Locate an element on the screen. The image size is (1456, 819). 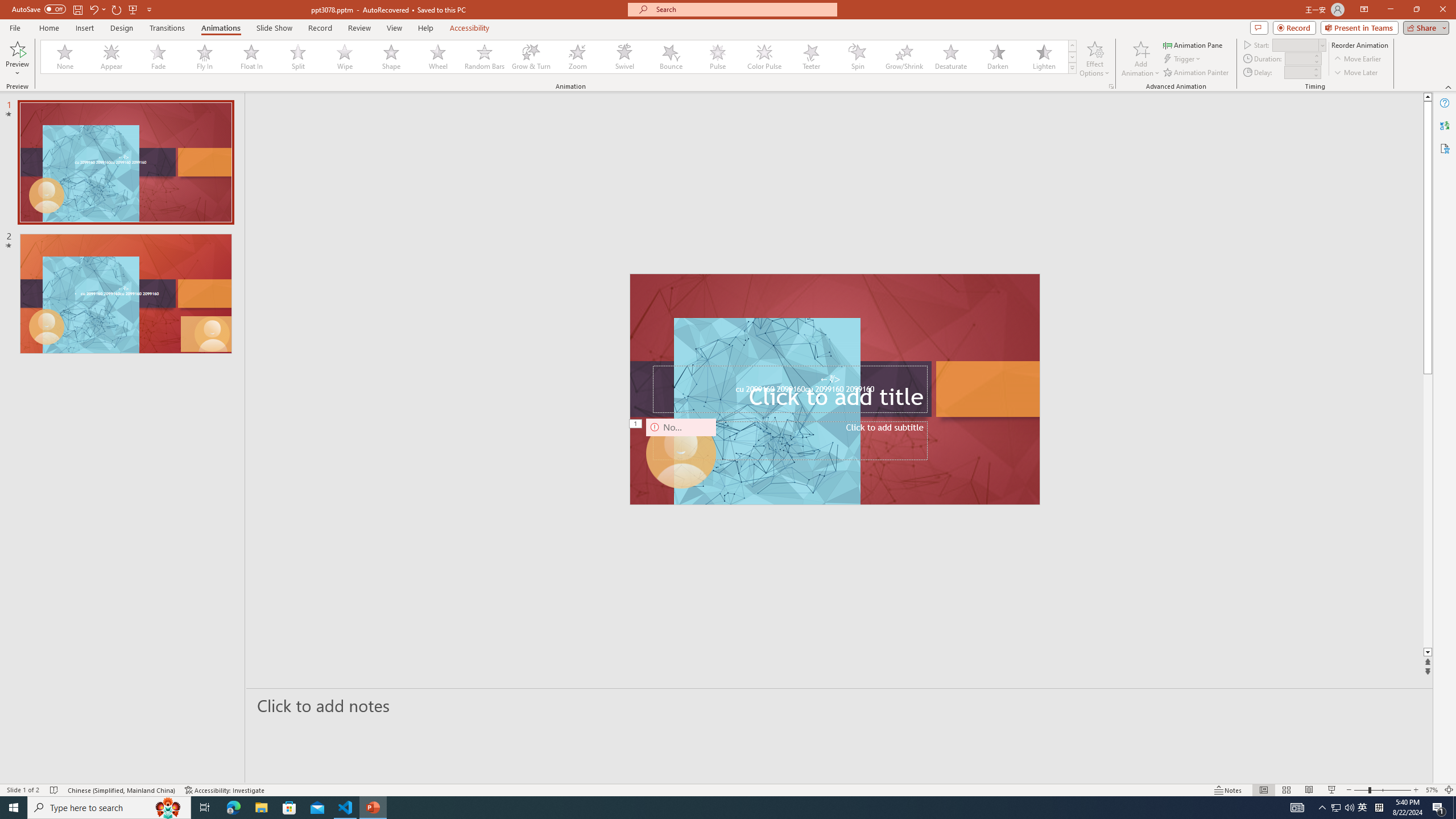
'Move Earlier' is located at coordinates (1357, 59).